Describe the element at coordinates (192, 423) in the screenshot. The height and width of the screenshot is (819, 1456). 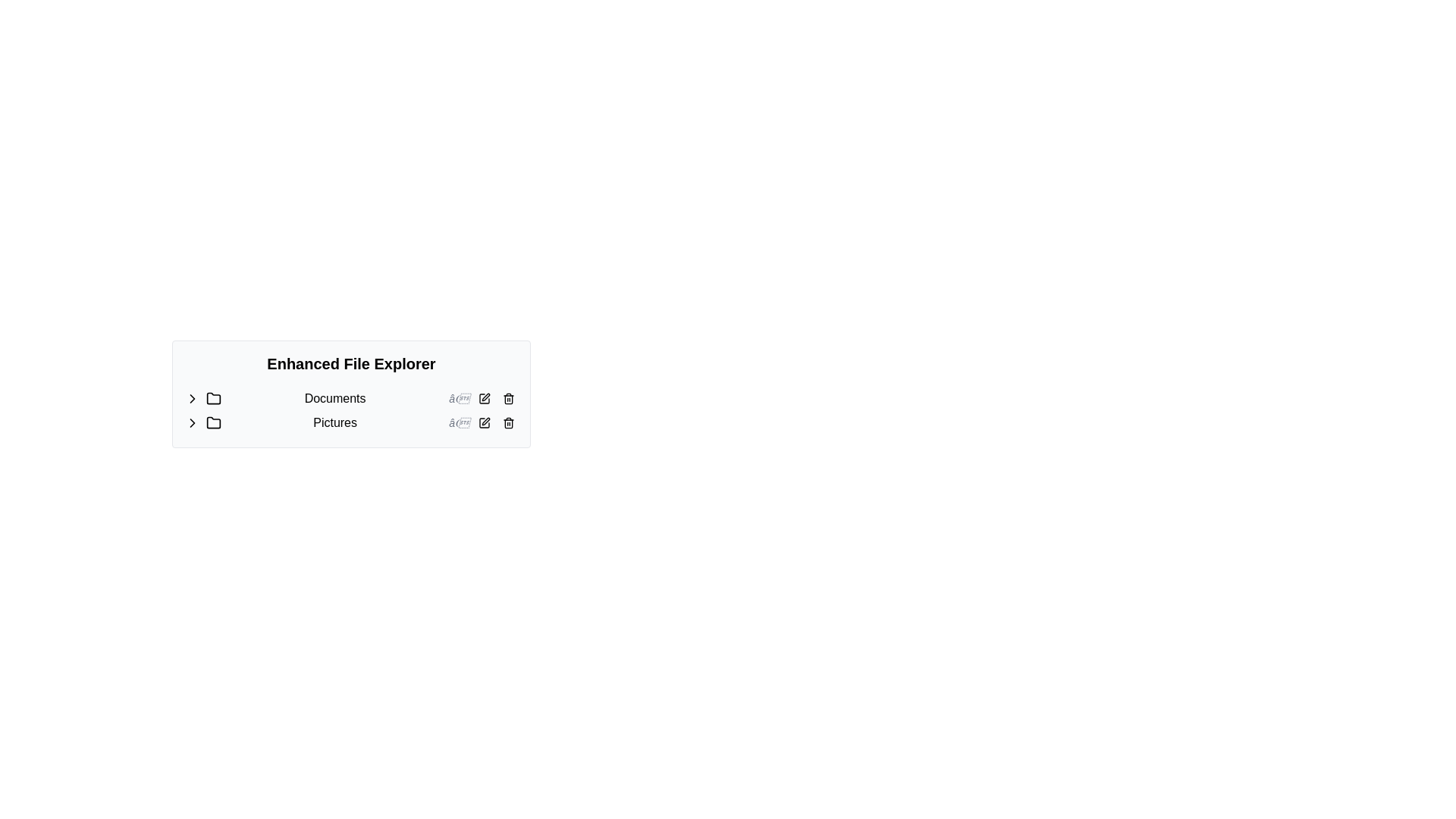
I see `the Chevron icon located to the left of the 'Pictures' label` at that location.